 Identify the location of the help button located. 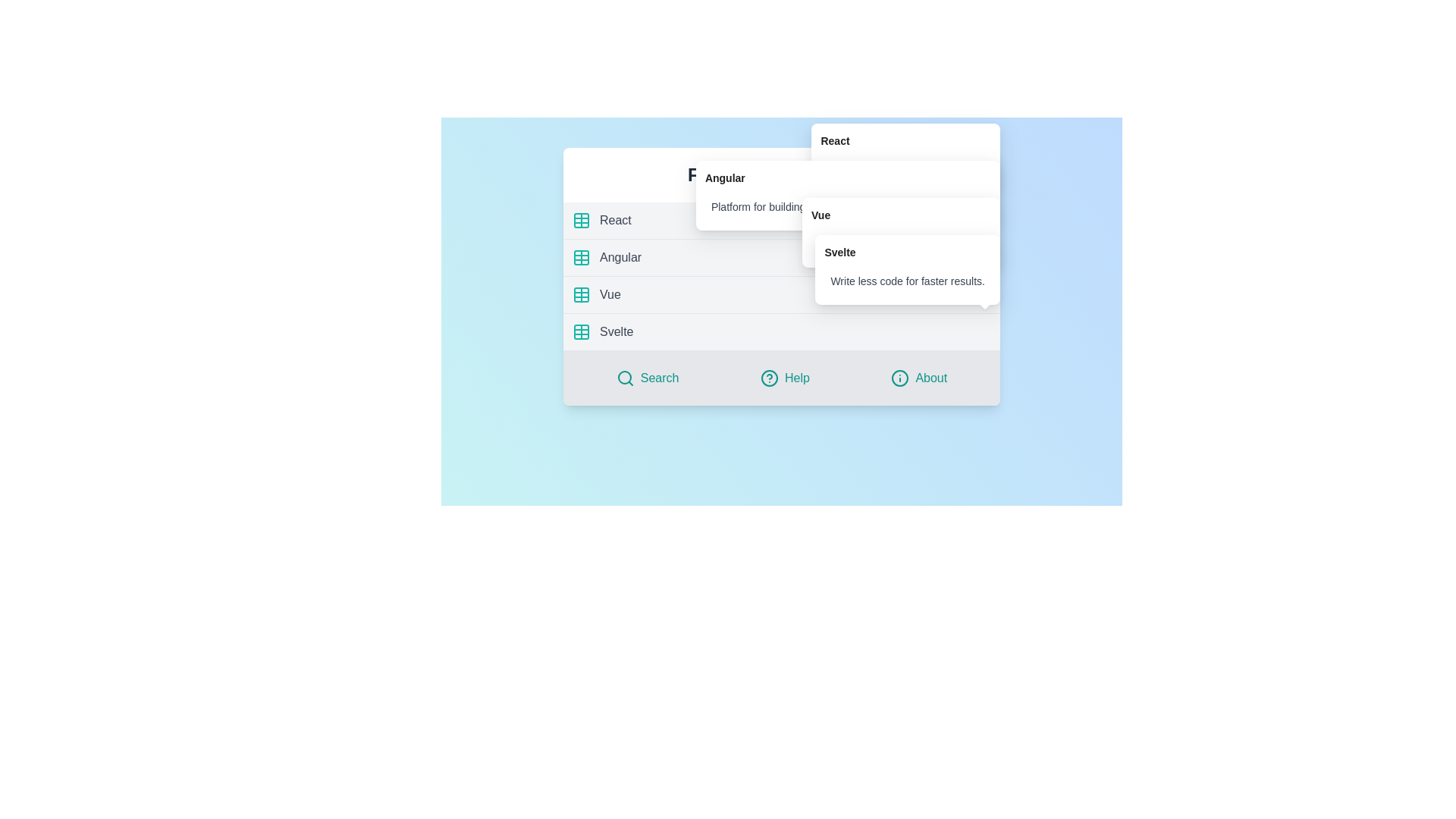
(785, 377).